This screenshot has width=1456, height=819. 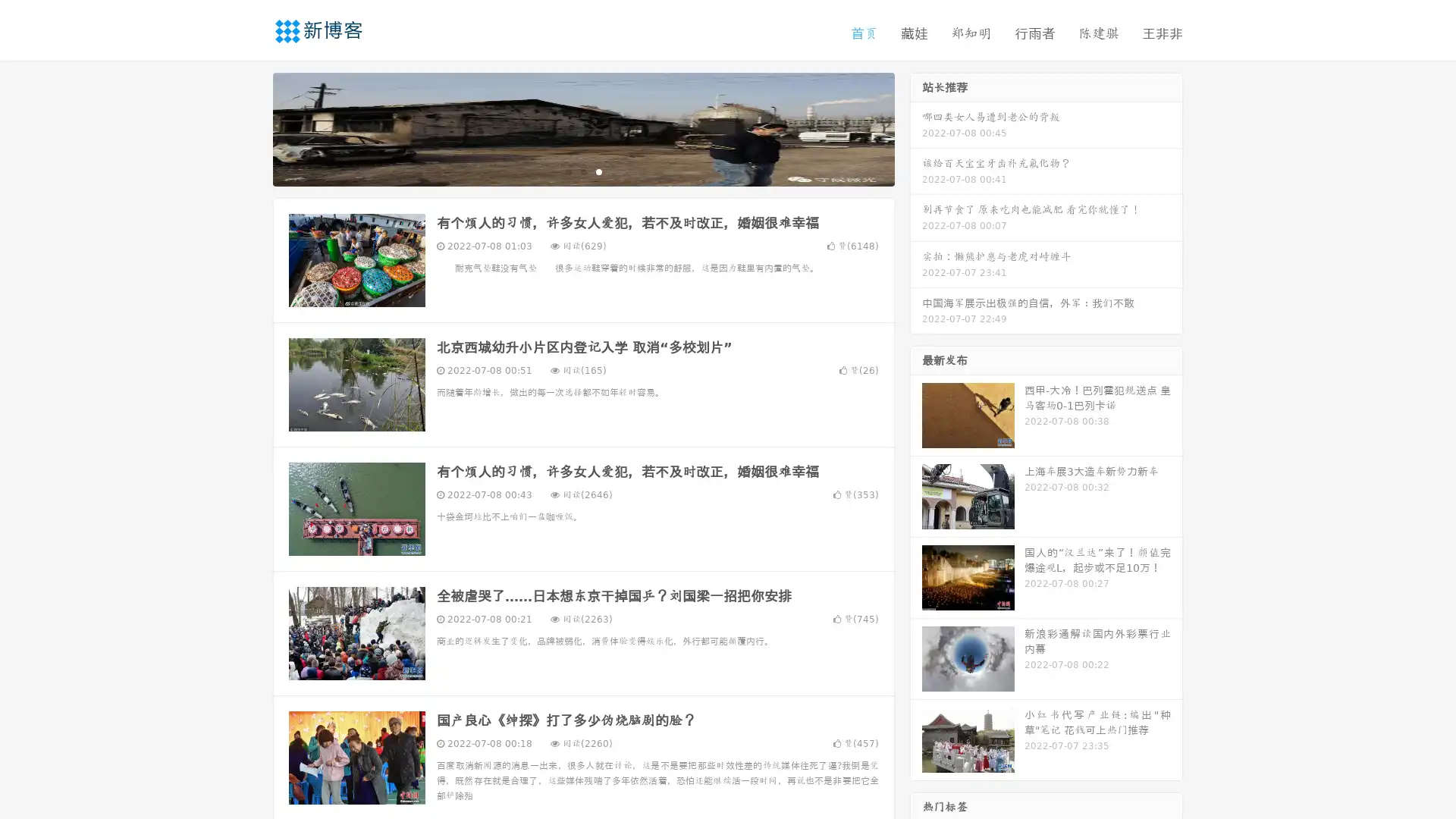 I want to click on Go to slide 2, so click(x=582, y=171).